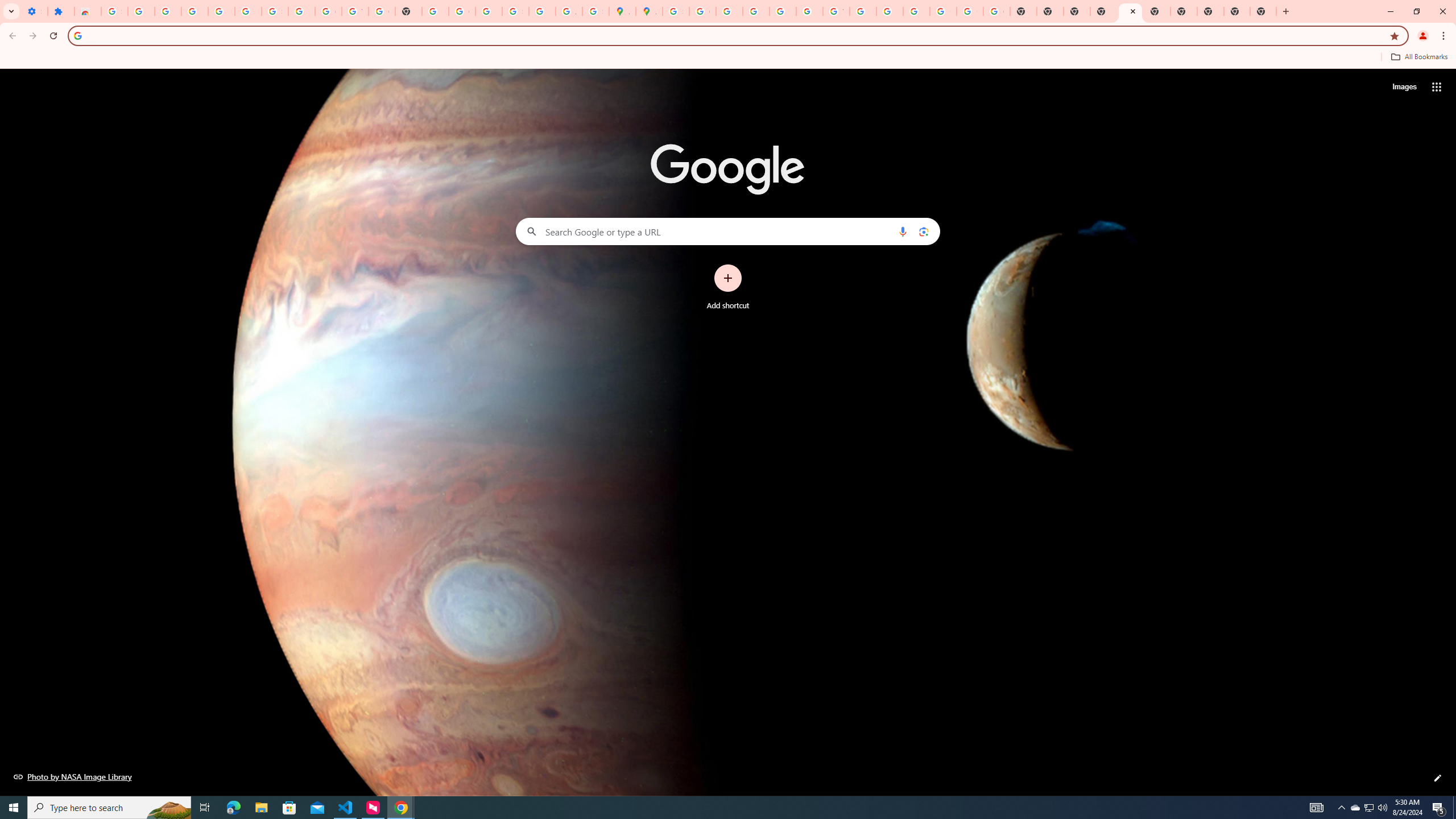 The image size is (1456, 819). Describe the element at coordinates (354, 11) in the screenshot. I see `'YouTube'` at that location.